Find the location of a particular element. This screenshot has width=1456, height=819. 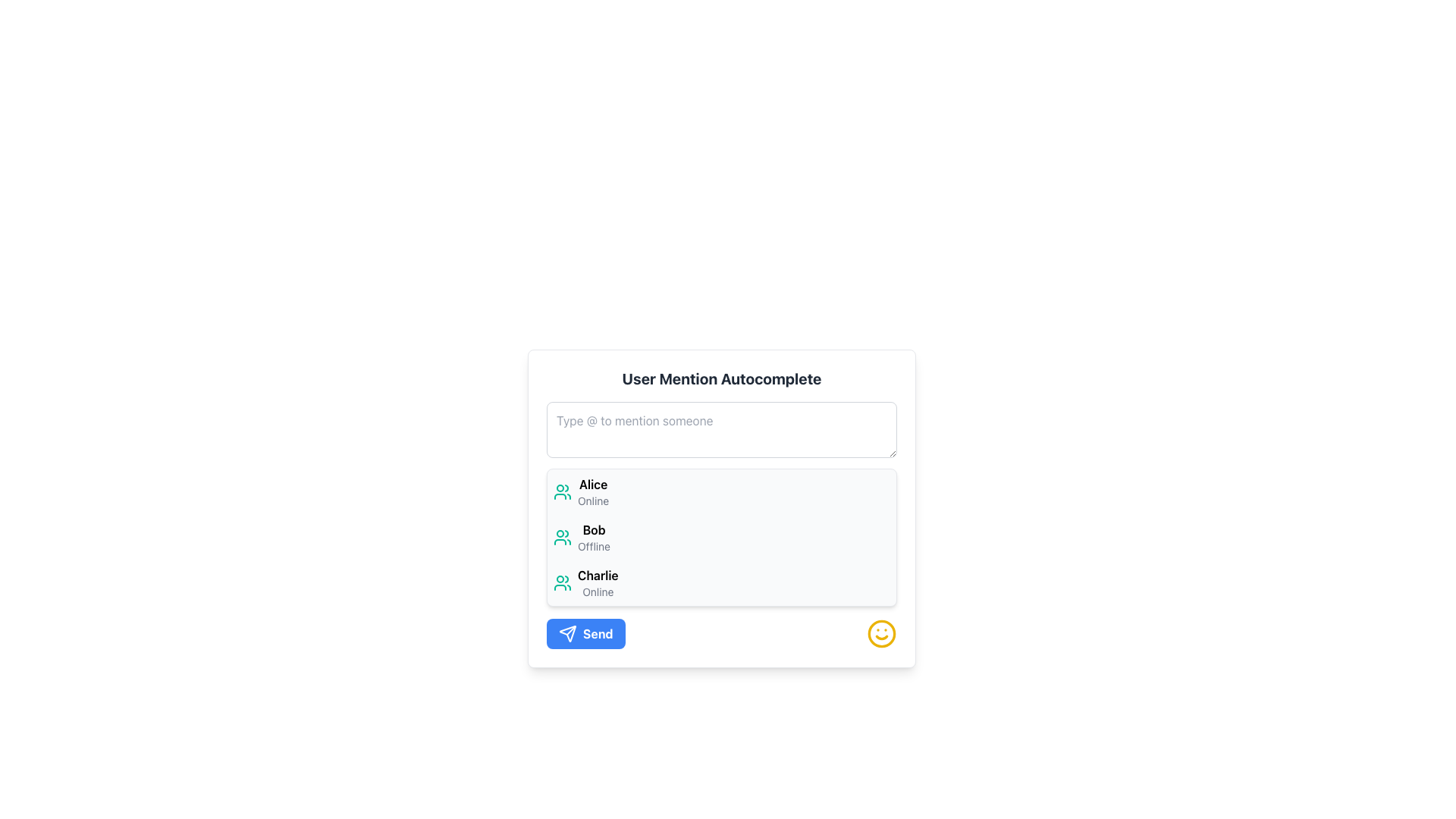

the static text label displaying 'Bob' in the user mention autocomplete dropdown is located at coordinates (593, 529).